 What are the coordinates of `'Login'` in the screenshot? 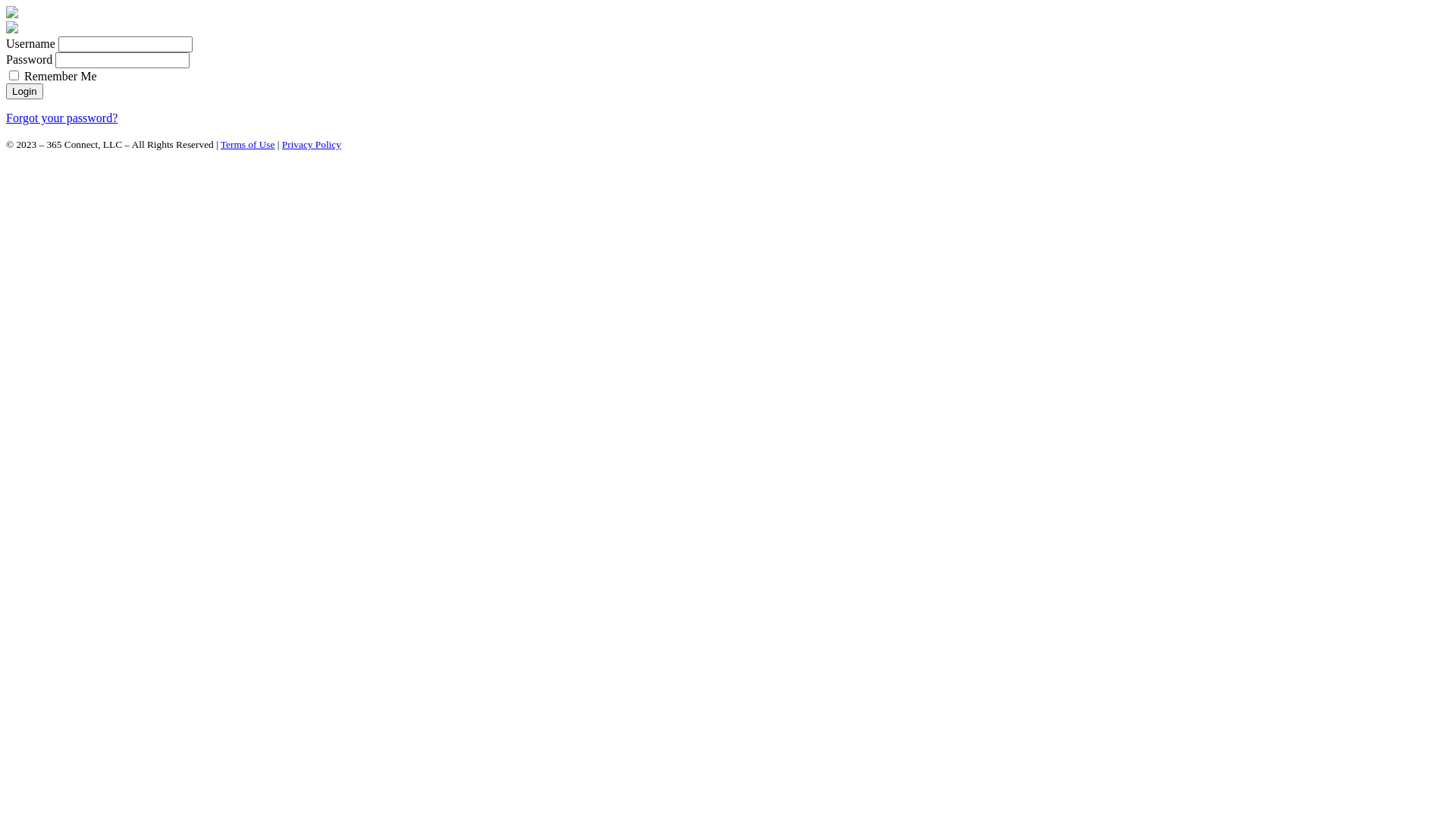 It's located at (24, 91).